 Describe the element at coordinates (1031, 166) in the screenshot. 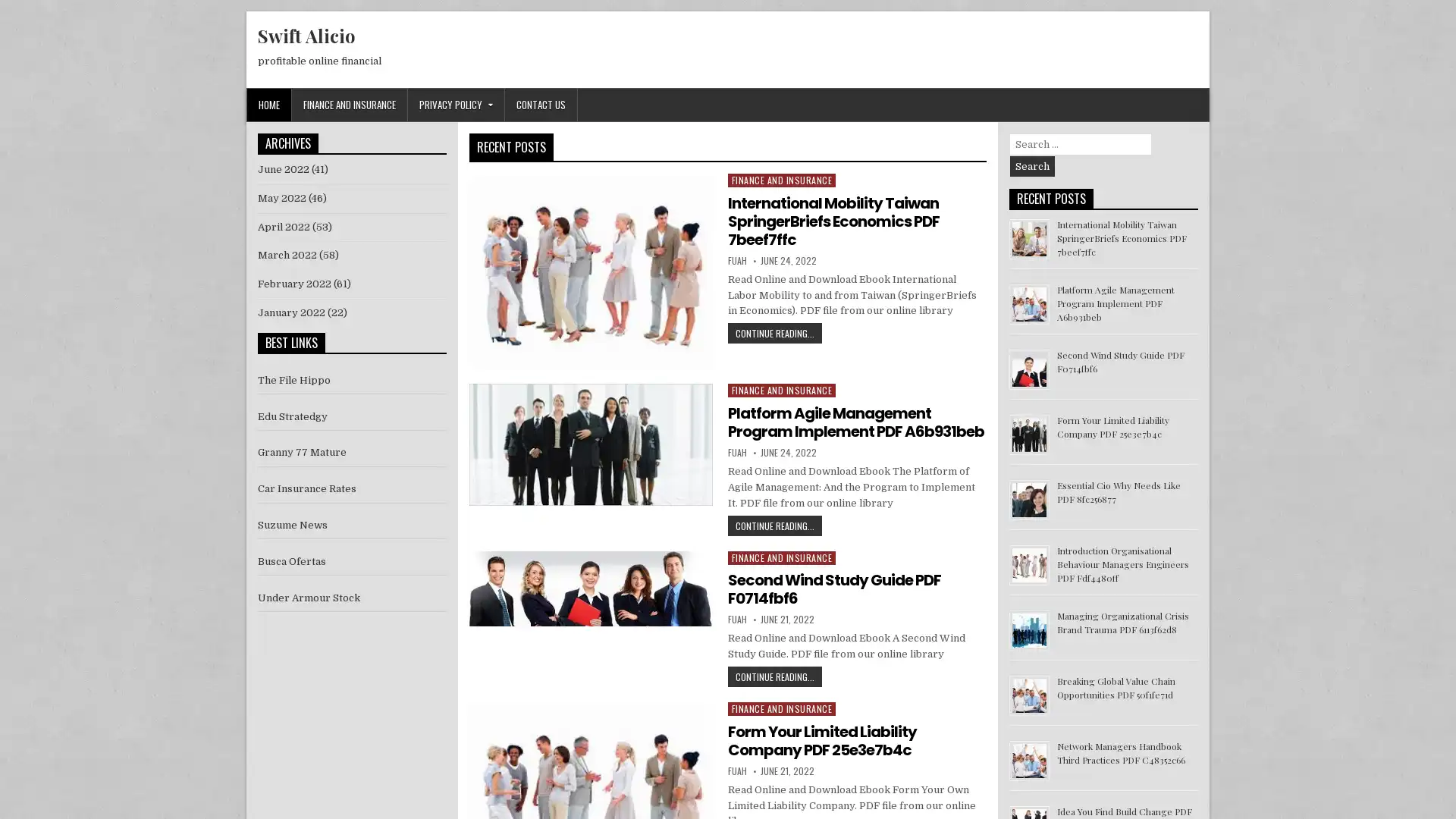

I see `Search` at that location.